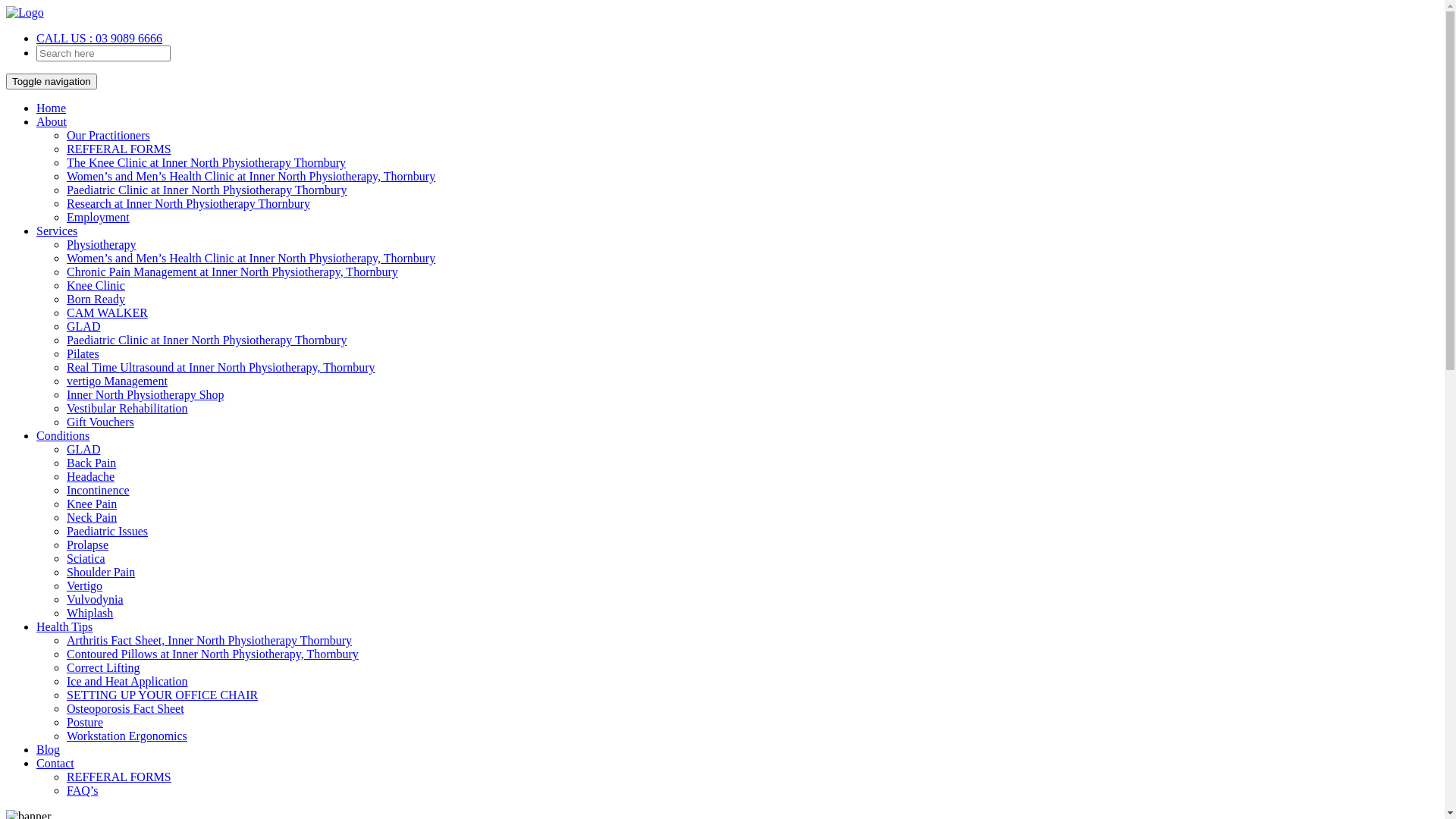 The height and width of the screenshot is (819, 1456). Describe the element at coordinates (206, 339) in the screenshot. I see `'Paediatric Clinic at Inner North Physiotherapy Thornbury'` at that location.